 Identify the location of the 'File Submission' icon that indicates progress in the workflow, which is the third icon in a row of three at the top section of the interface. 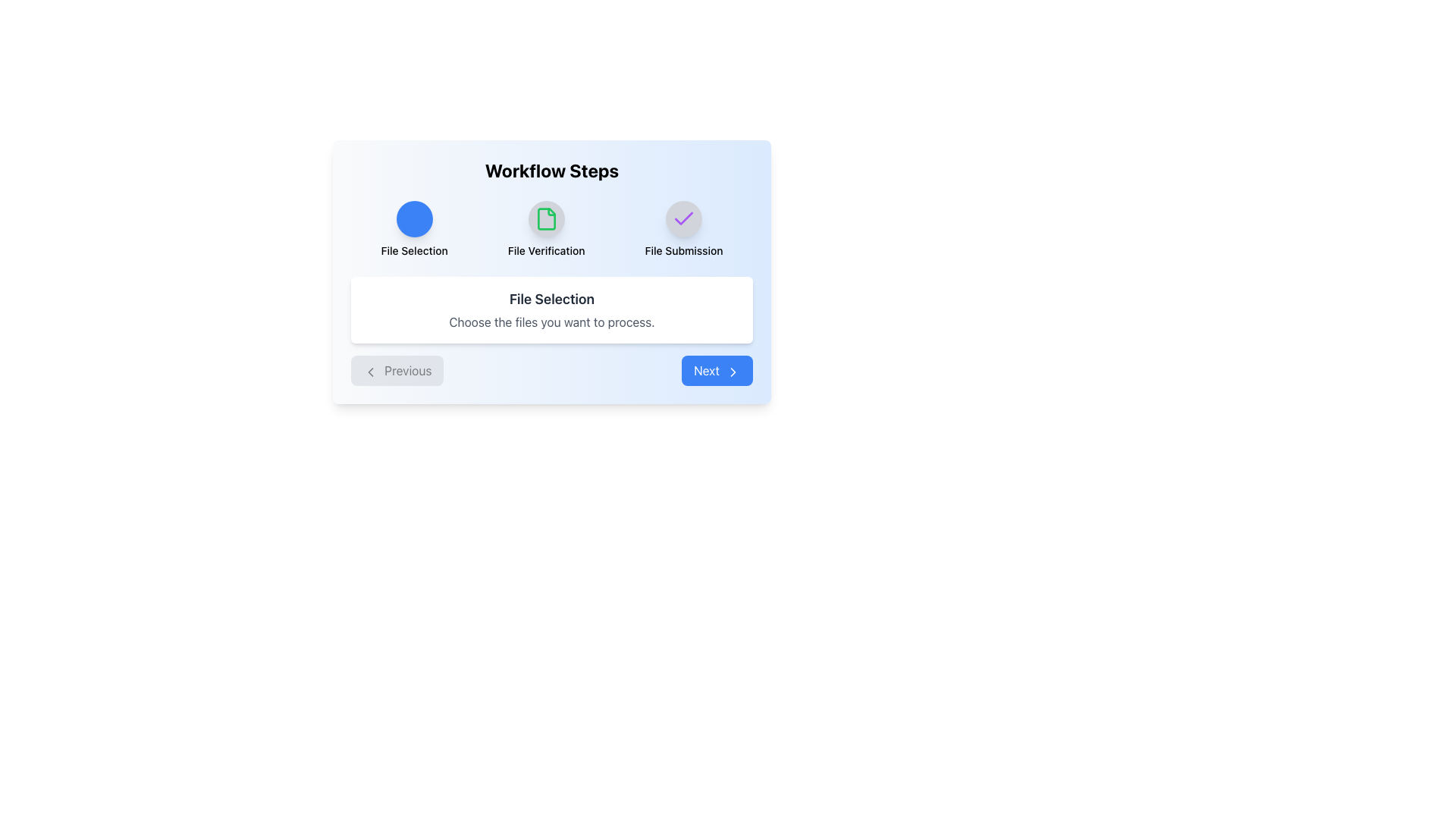
(683, 219).